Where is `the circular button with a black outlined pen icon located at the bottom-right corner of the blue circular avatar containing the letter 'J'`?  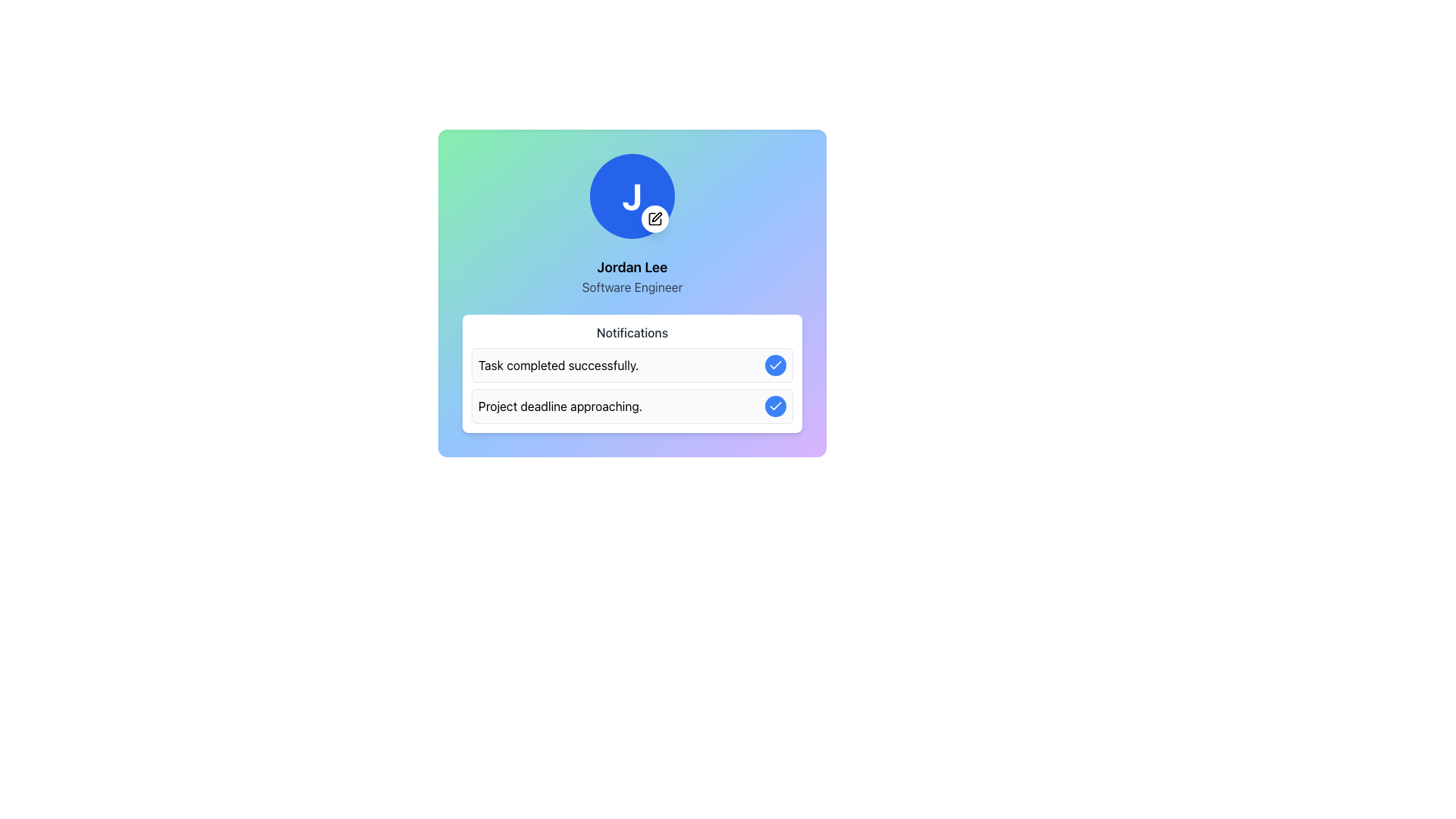
the circular button with a black outlined pen icon located at the bottom-right corner of the blue circular avatar containing the letter 'J' is located at coordinates (655, 219).